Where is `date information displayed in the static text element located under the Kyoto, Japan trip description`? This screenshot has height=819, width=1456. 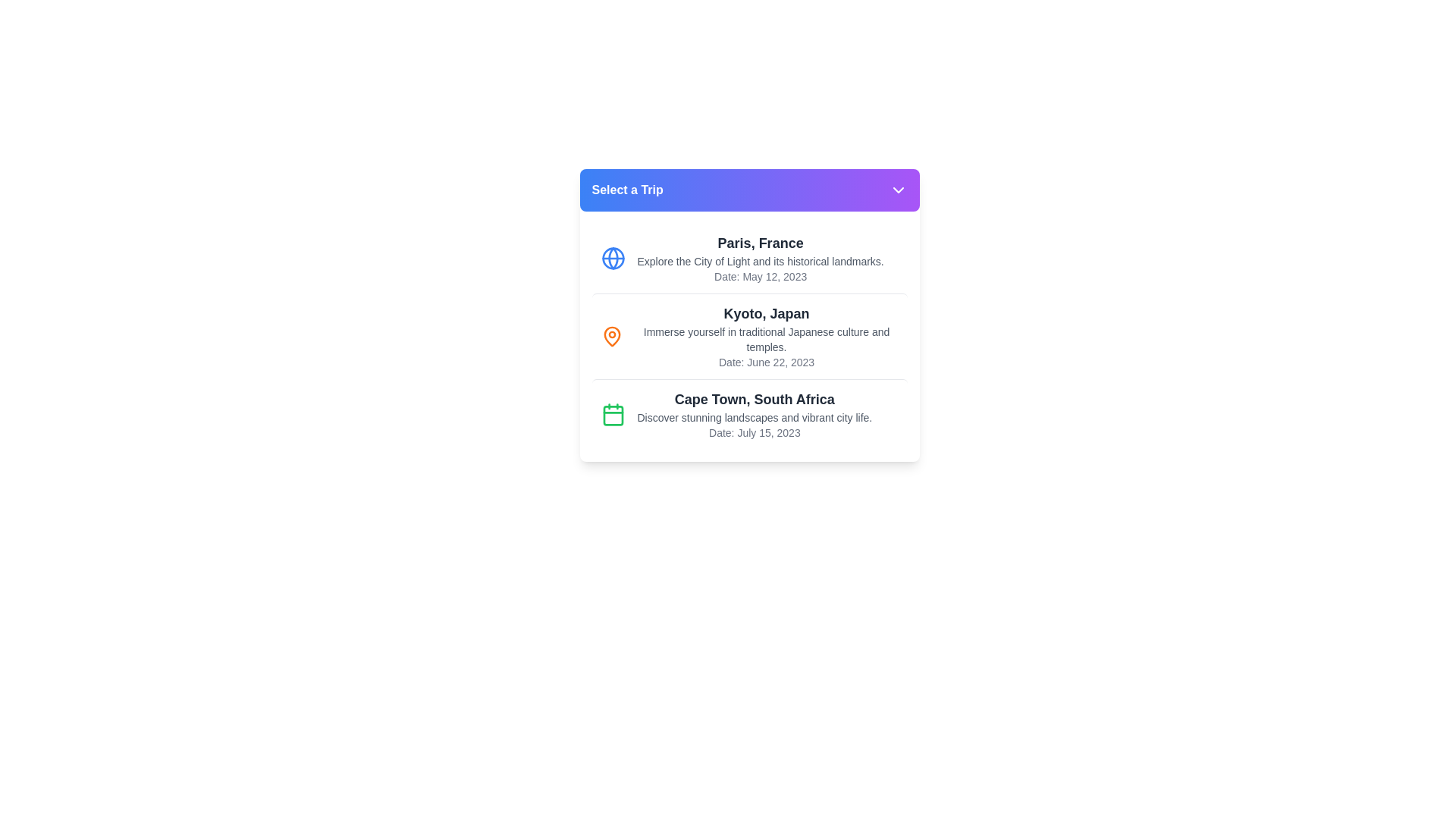 date information displayed in the static text element located under the Kyoto, Japan trip description is located at coordinates (767, 362).